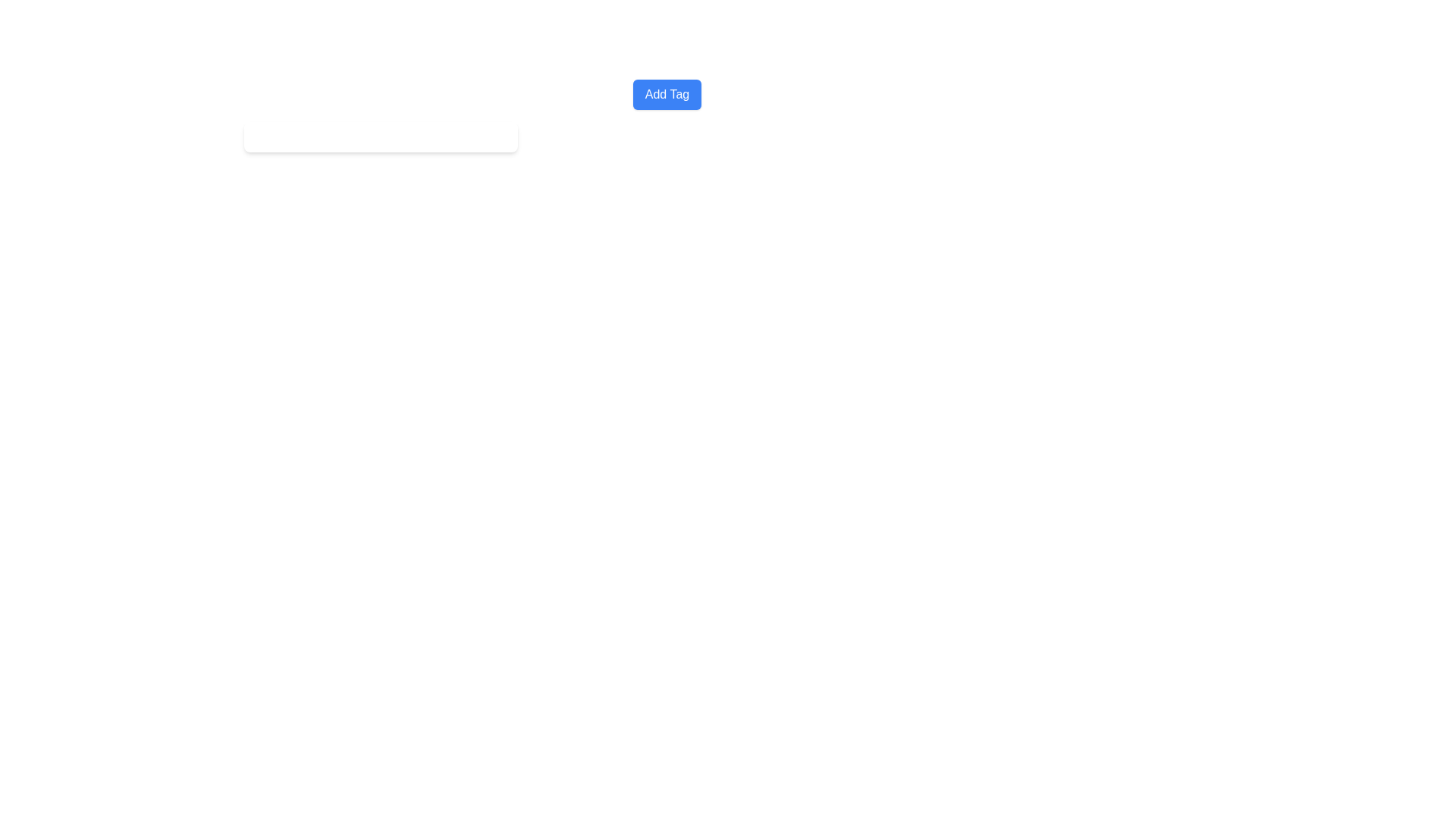 This screenshot has height=819, width=1456. What do you see at coordinates (667, 94) in the screenshot?
I see `the 'Add Tag' button, which is a rectangular button with a blue background and rounded corners, displaying white text centered on it, to observe the hover effects` at bounding box center [667, 94].